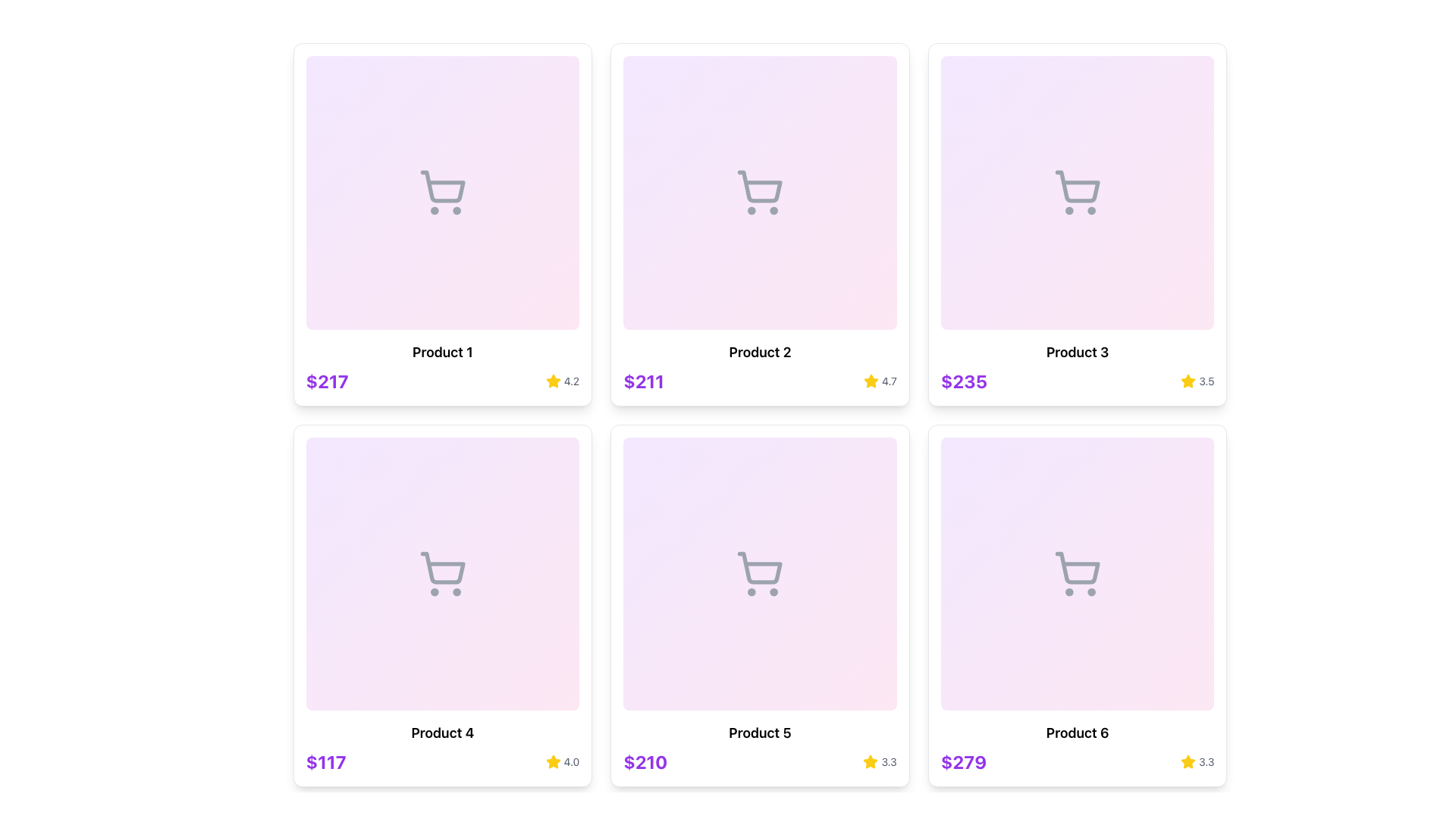 This screenshot has height=819, width=1456. I want to click on shopping cart icon located centrally on the 'Product 1' card, which is the first card in the first row of products, for visual details, so click(441, 192).